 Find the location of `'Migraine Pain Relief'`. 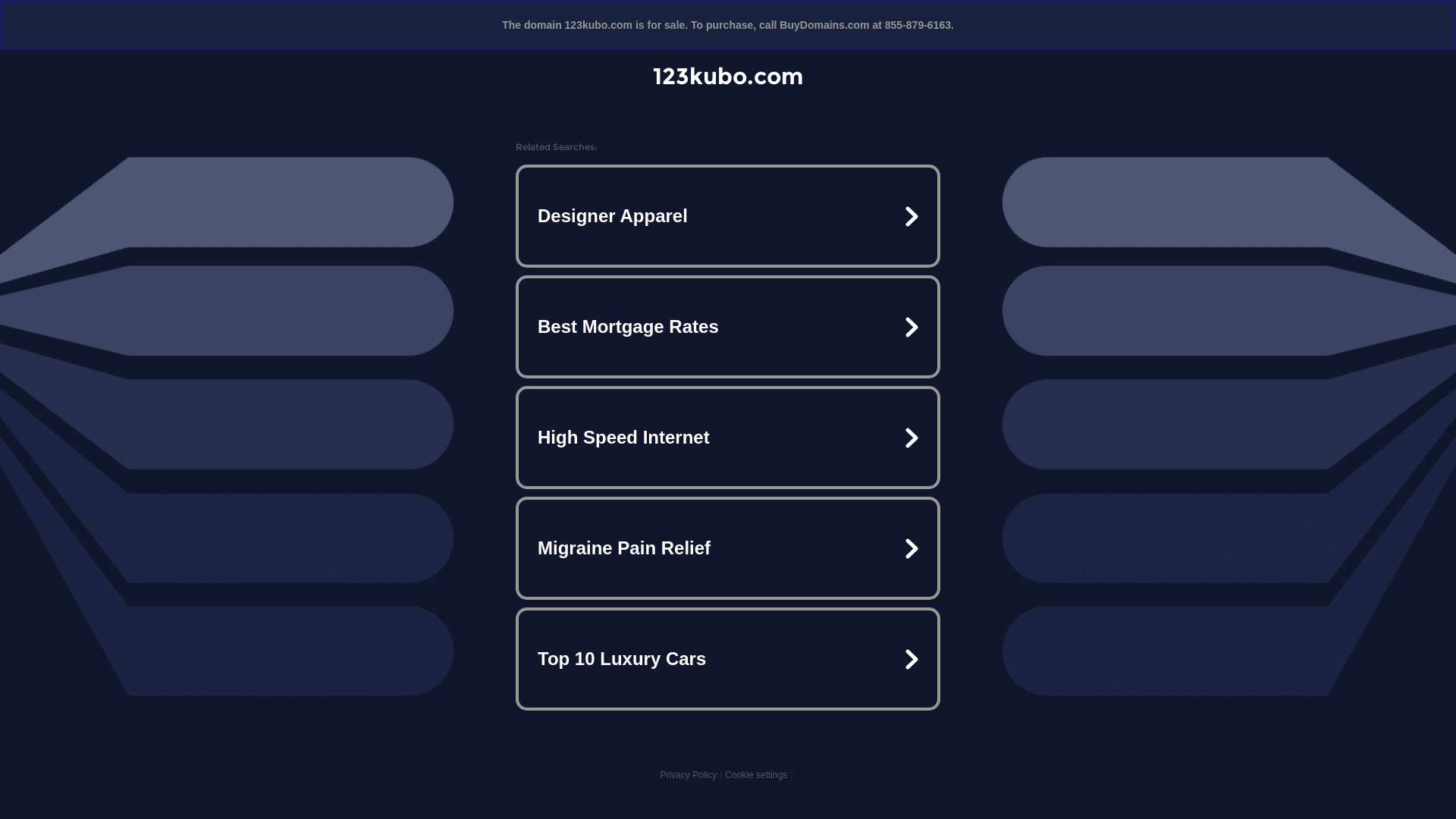

'Migraine Pain Relief' is located at coordinates (728, 548).